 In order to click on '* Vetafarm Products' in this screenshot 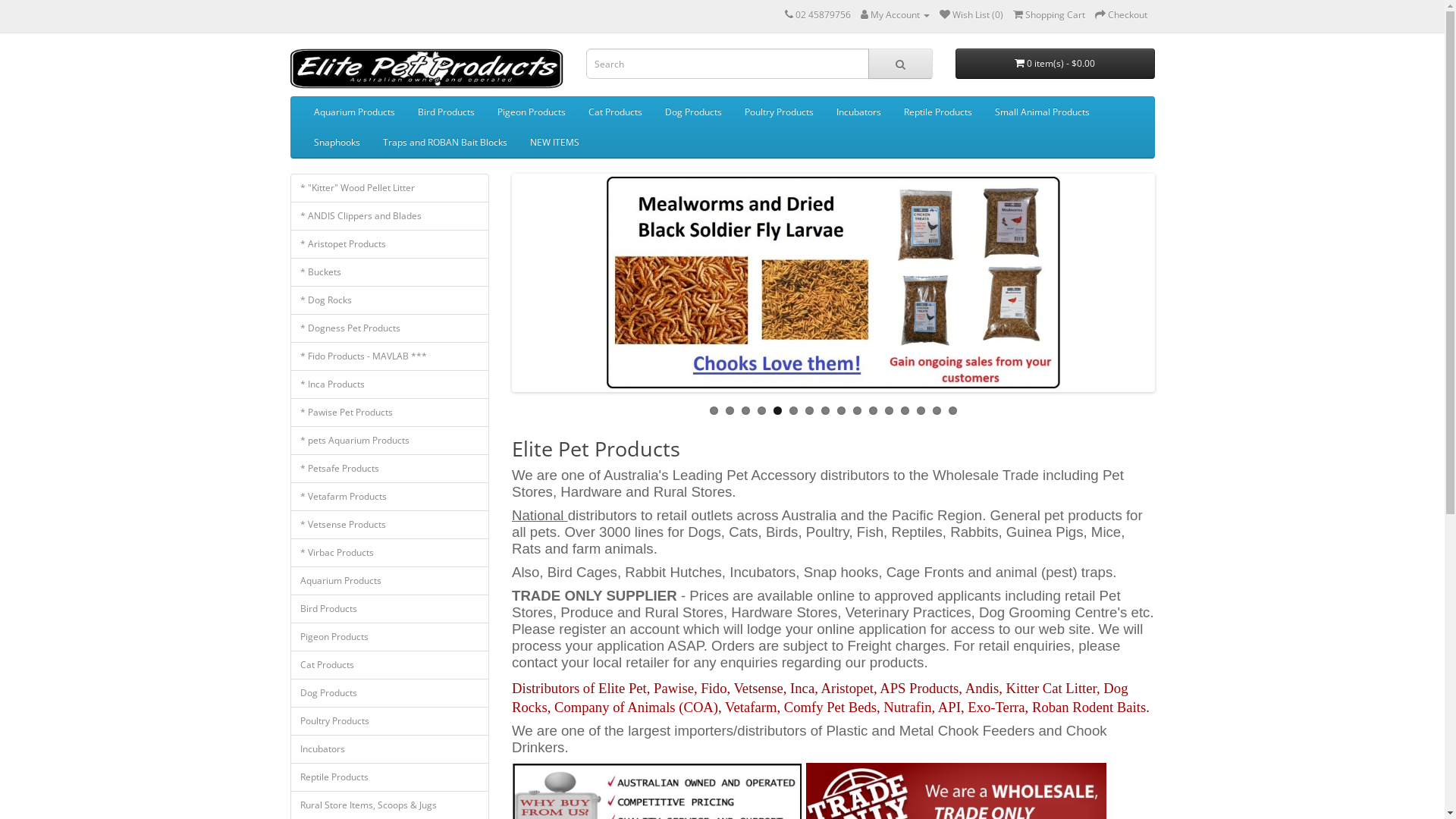, I will do `click(389, 497)`.